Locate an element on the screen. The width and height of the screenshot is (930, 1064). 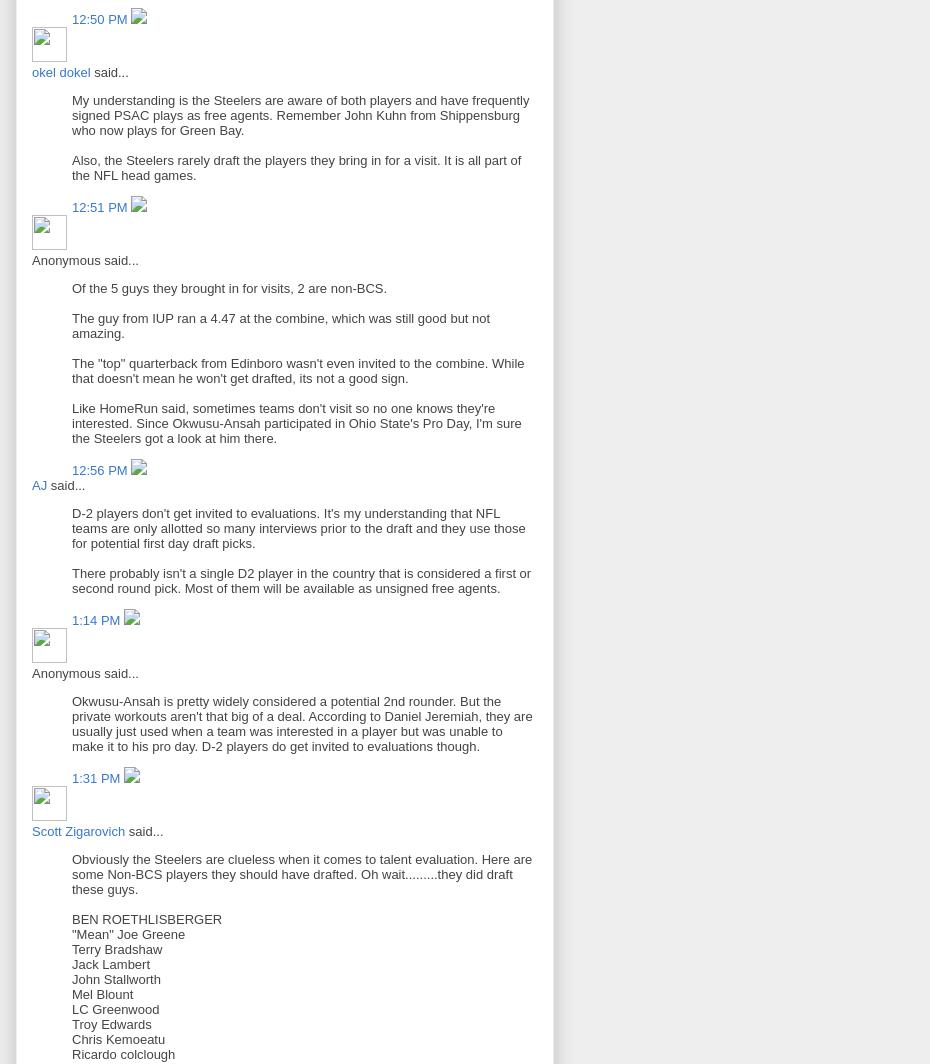
'The "top" quarterback from Edinboro wasn't even invited to the combine.  While that doesn't mean he won't get drafted, its not a good sign.' is located at coordinates (297, 371).